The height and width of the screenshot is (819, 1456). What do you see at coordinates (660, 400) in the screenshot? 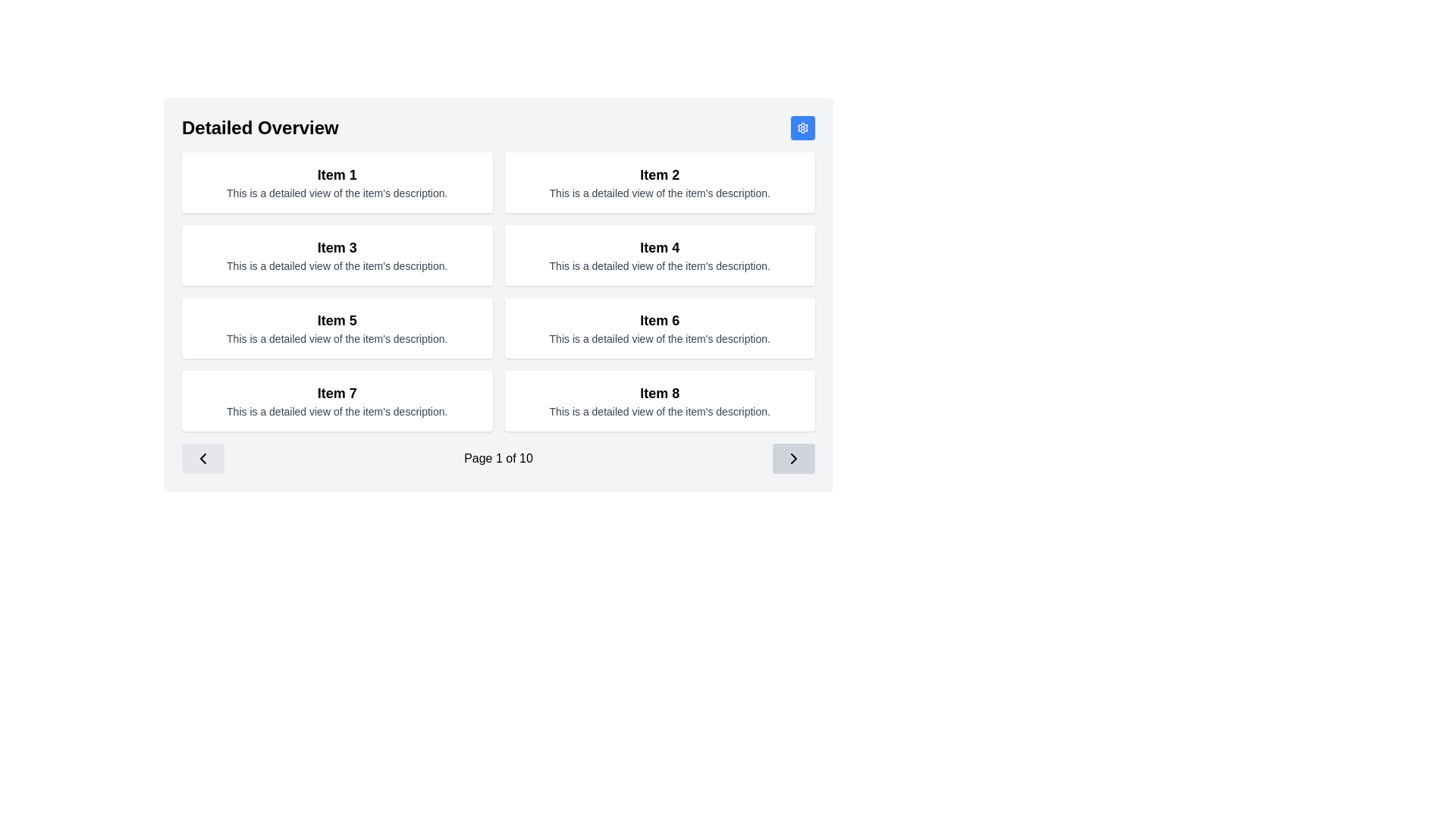
I see `the 8th card in the grid layout, which provides a title and a brief description of the item it represents` at bounding box center [660, 400].